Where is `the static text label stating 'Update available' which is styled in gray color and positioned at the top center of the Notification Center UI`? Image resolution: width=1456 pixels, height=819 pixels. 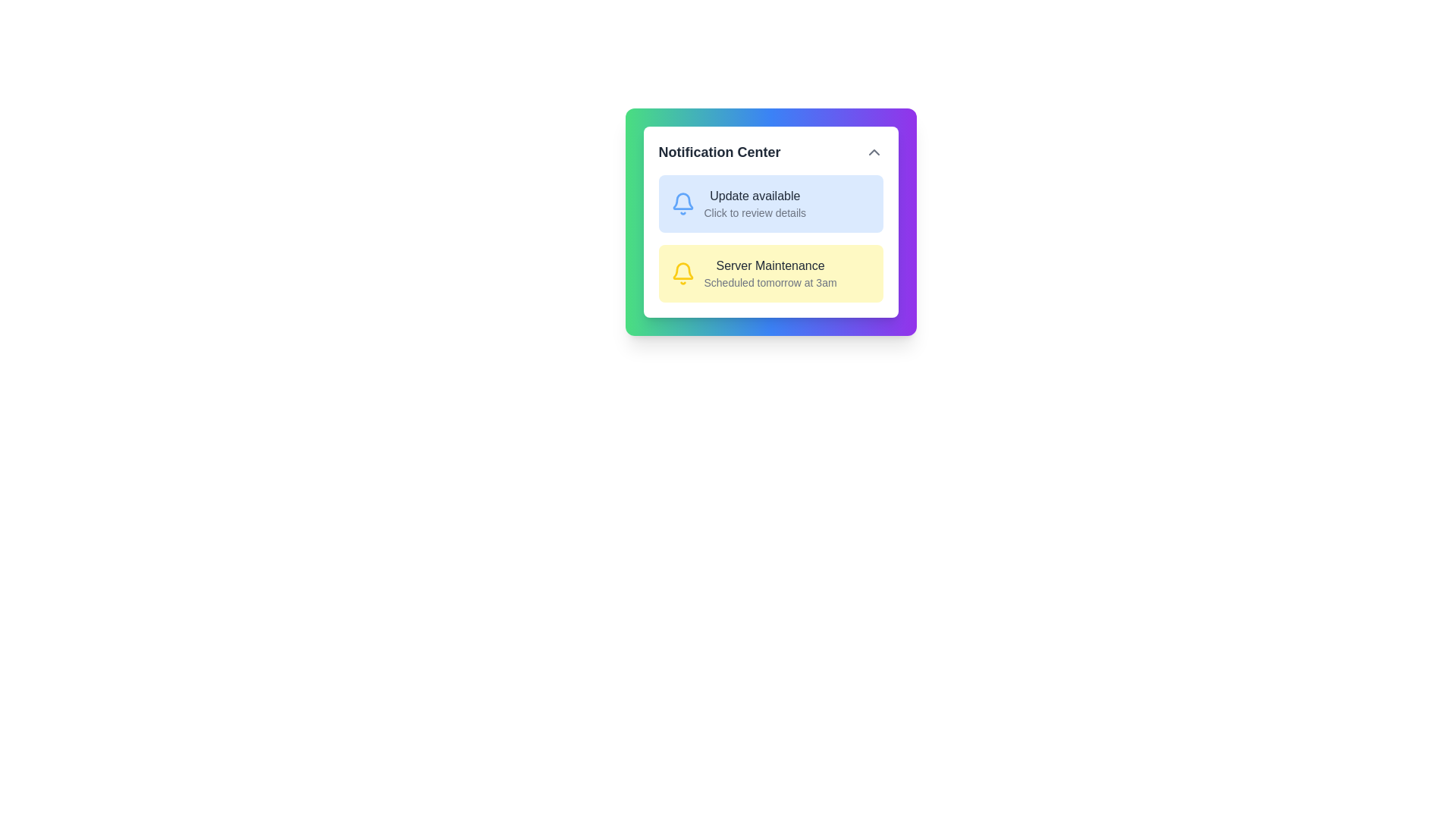 the static text label stating 'Update available' which is styled in gray color and positioned at the top center of the Notification Center UI is located at coordinates (755, 195).